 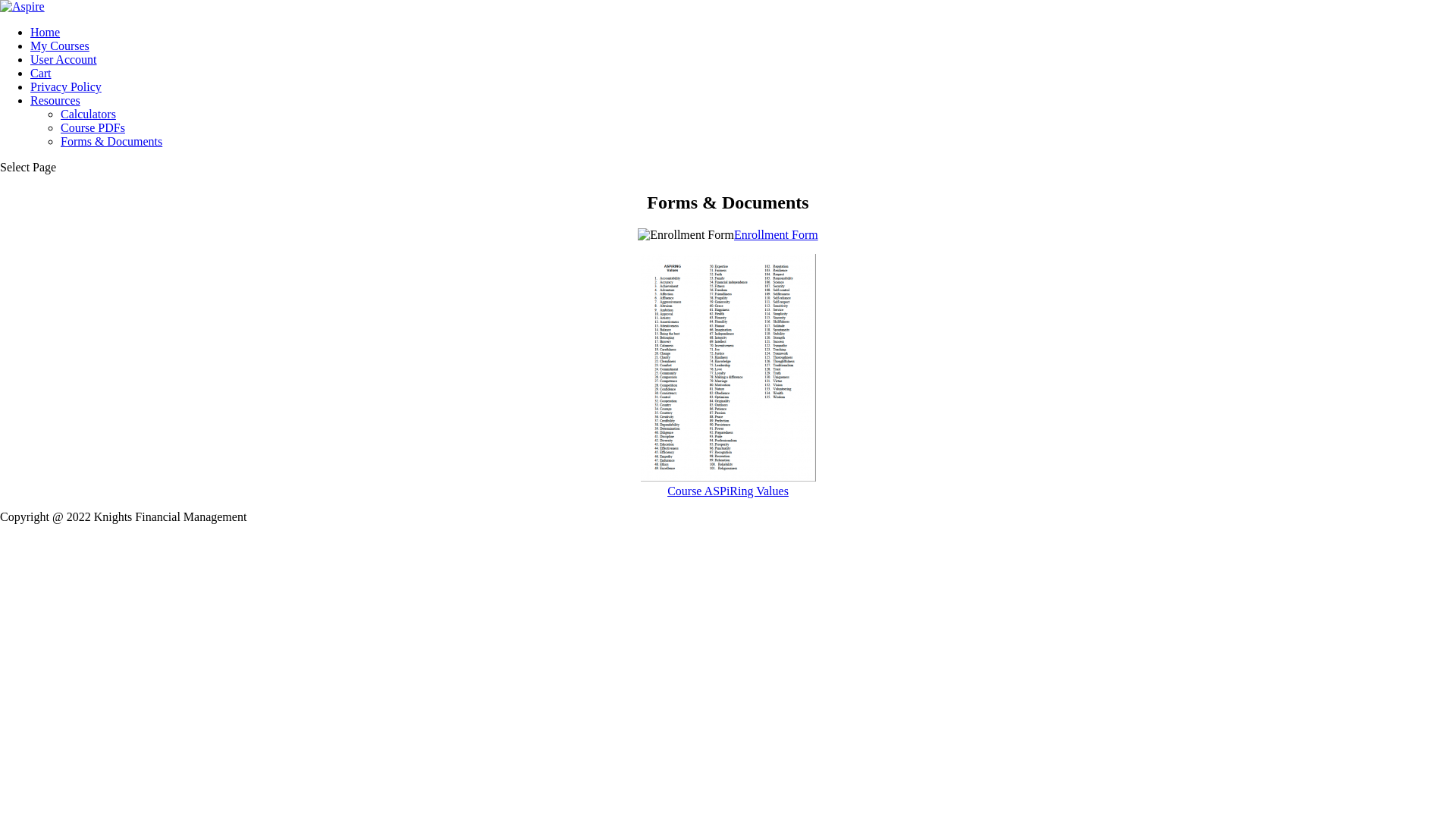 What do you see at coordinates (61, 127) in the screenshot?
I see `'Course PDFs'` at bounding box center [61, 127].